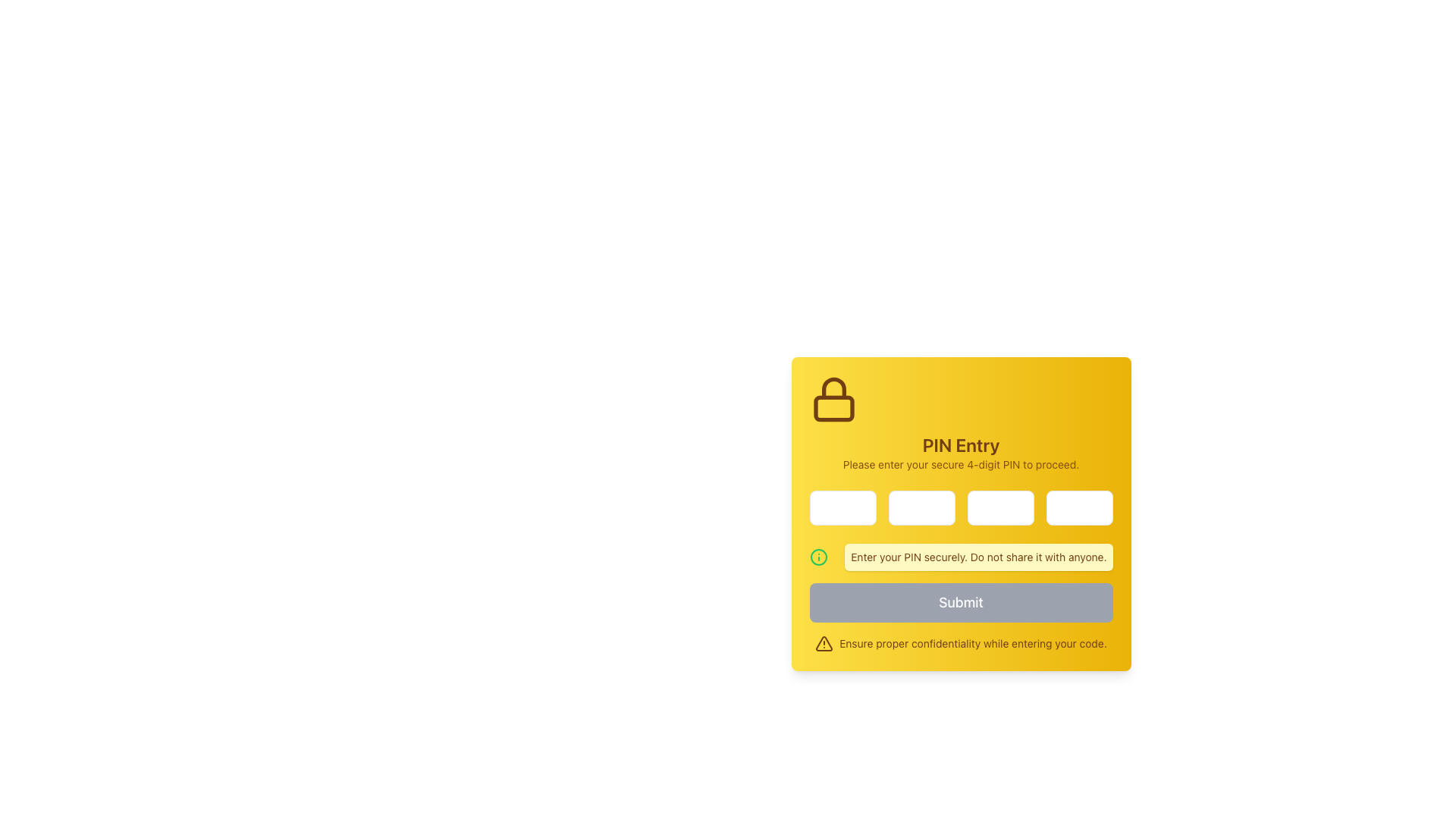 The image size is (1456, 819). What do you see at coordinates (1078, 508) in the screenshot?
I see `the fourth Password Input Field in the golden-colored PIN Entry section to focus on it` at bounding box center [1078, 508].